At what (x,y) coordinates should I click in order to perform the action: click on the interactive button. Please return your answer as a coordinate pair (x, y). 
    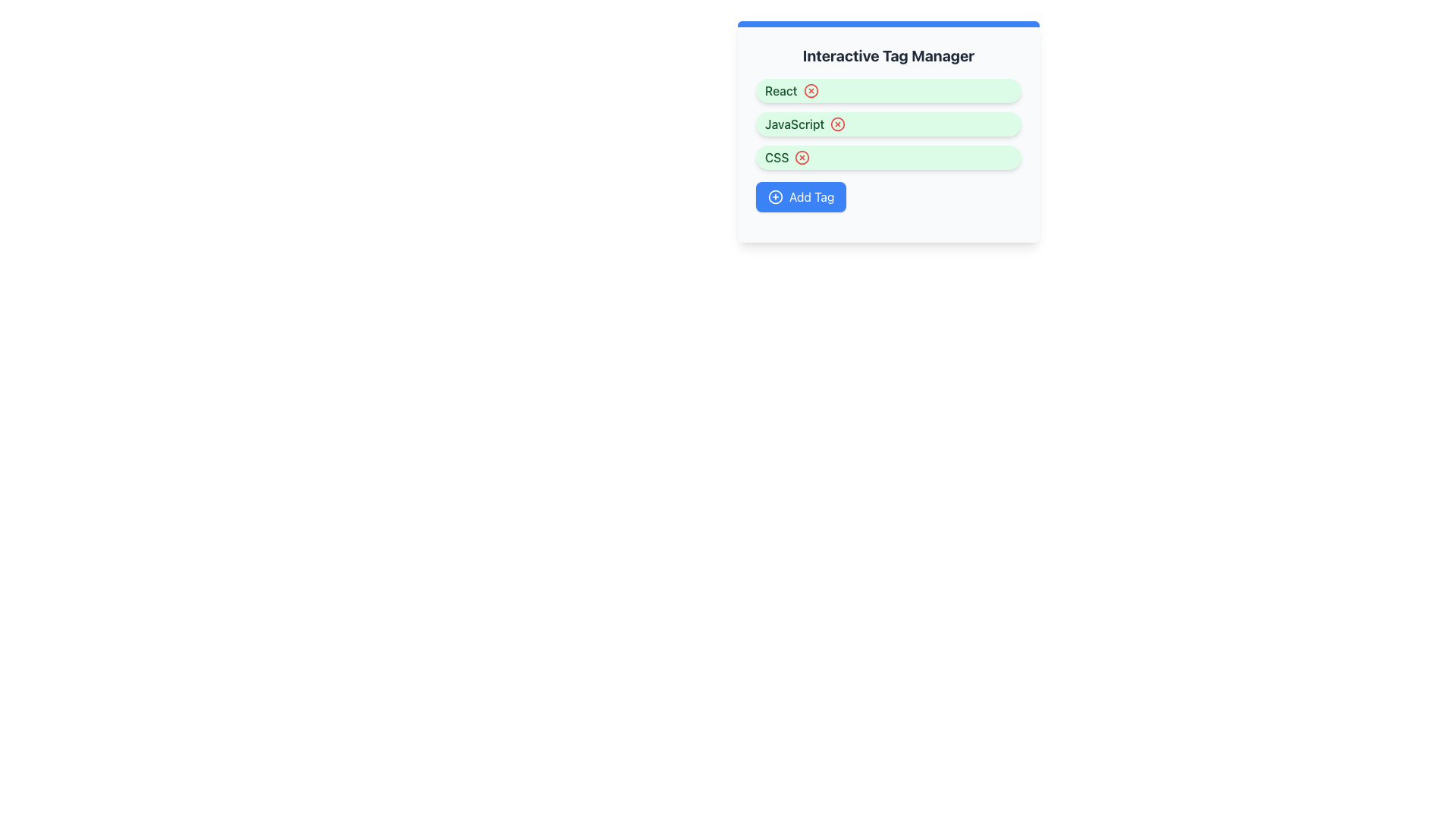
    Looking at the image, I should click on (837, 124).